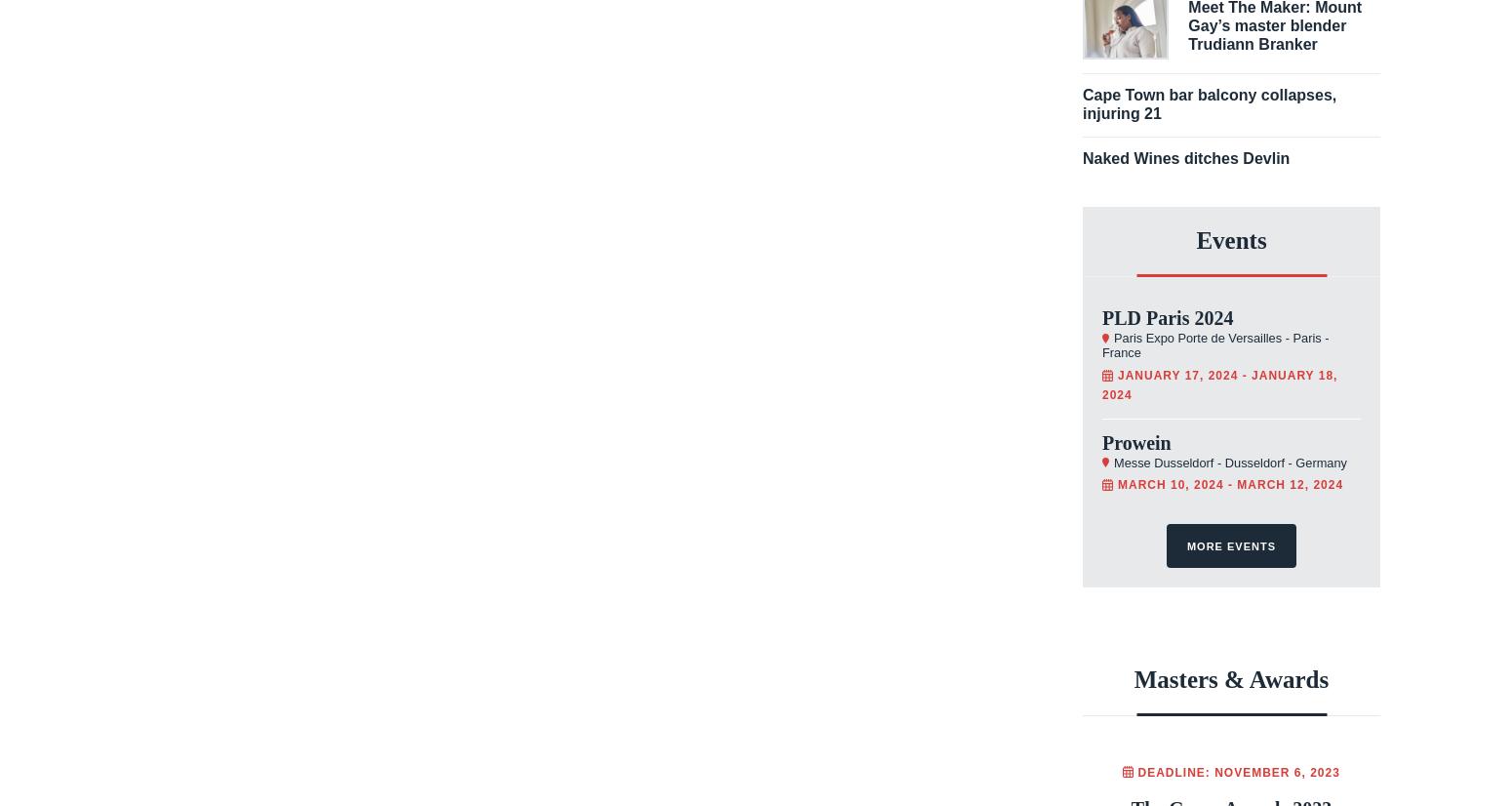 This screenshot has height=806, width=1512. Describe the element at coordinates (1214, 345) in the screenshot. I see `'Paris Expo Porte de Versailles 
                                     - Paris - France'` at that location.